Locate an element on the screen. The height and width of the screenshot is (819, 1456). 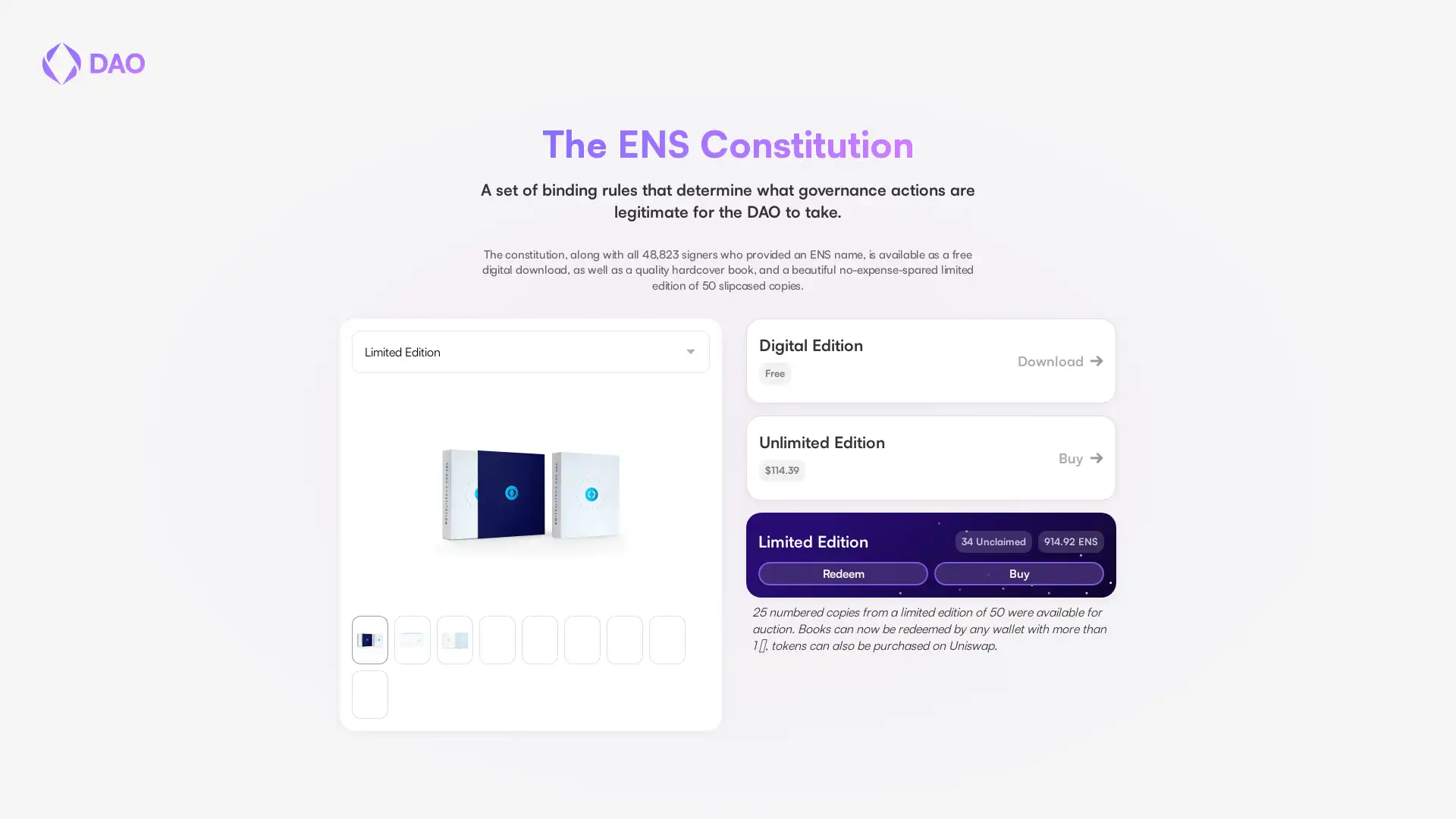
Limited edition page example 4 is located at coordinates (582, 639).